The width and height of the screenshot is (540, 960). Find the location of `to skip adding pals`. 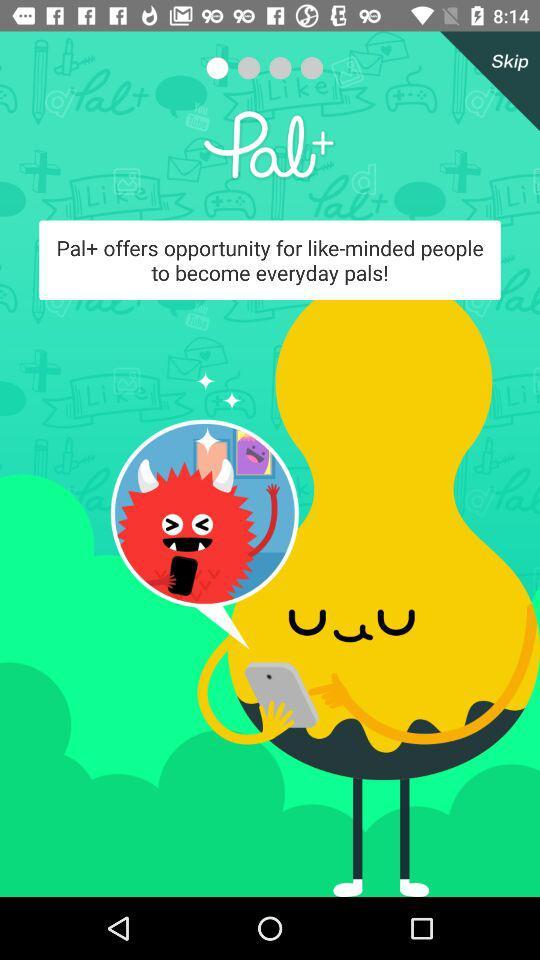

to skip adding pals is located at coordinates (485, 81).